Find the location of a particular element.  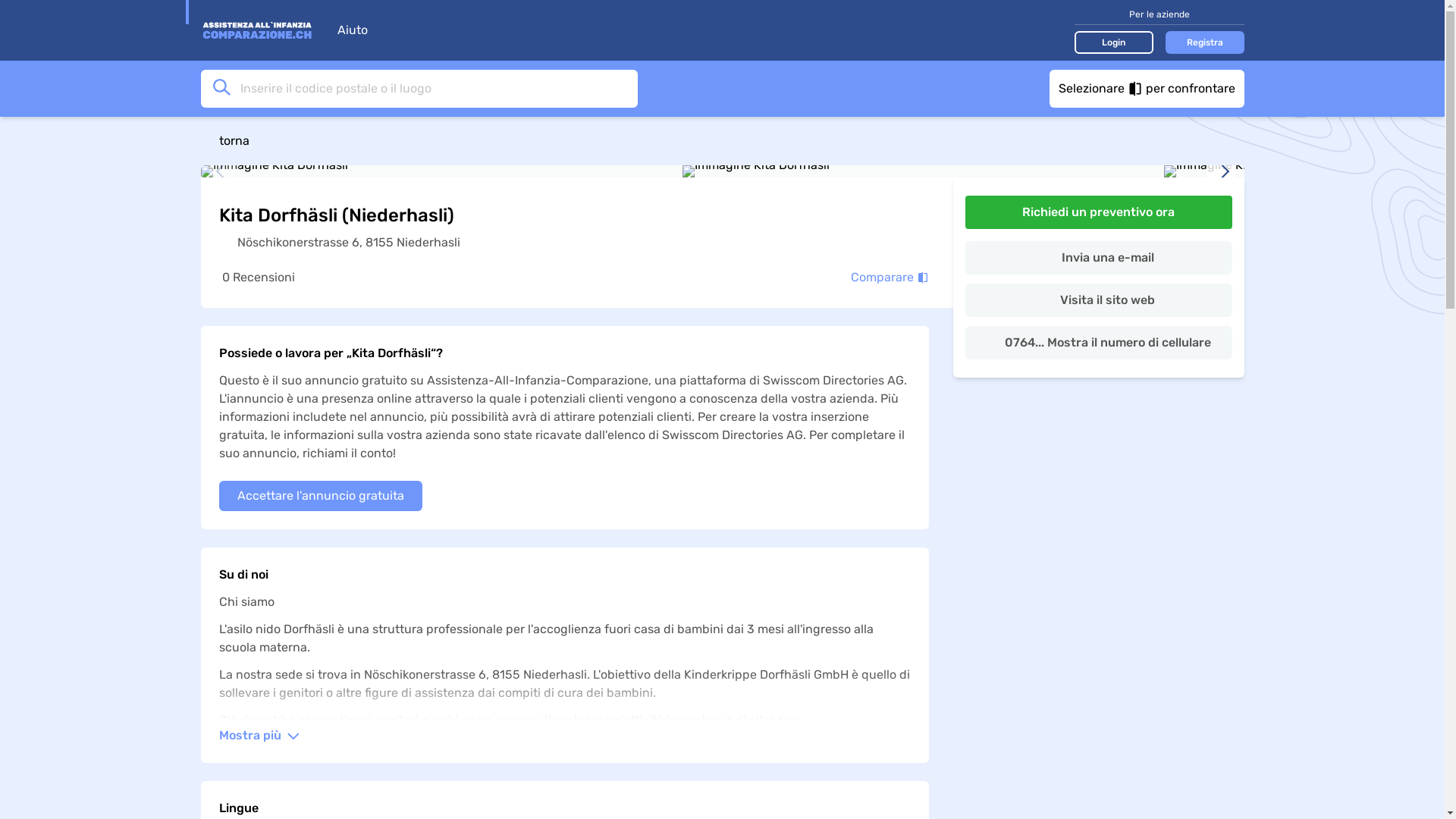

'Selezionare is located at coordinates (1147, 88).